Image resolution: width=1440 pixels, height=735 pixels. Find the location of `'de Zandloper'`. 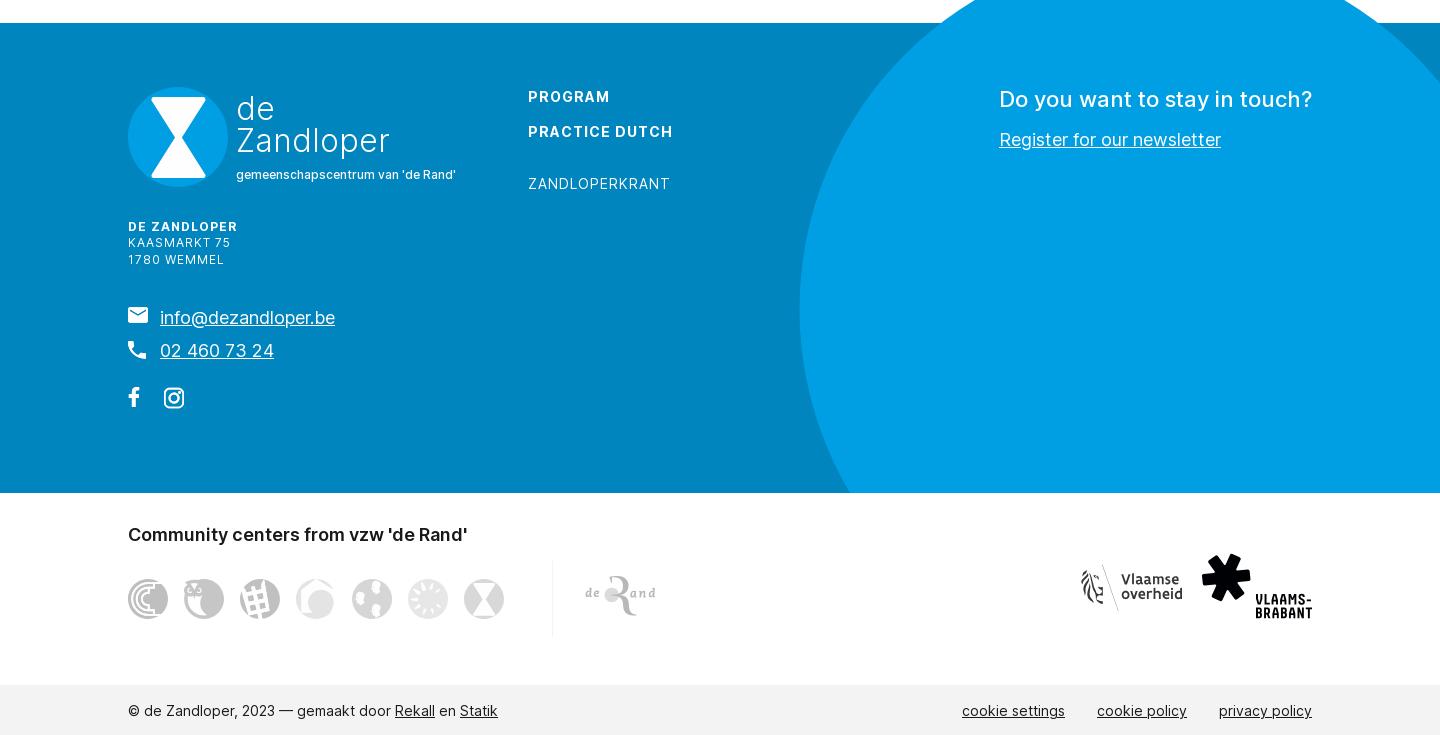

'de Zandloper' is located at coordinates (182, 224).